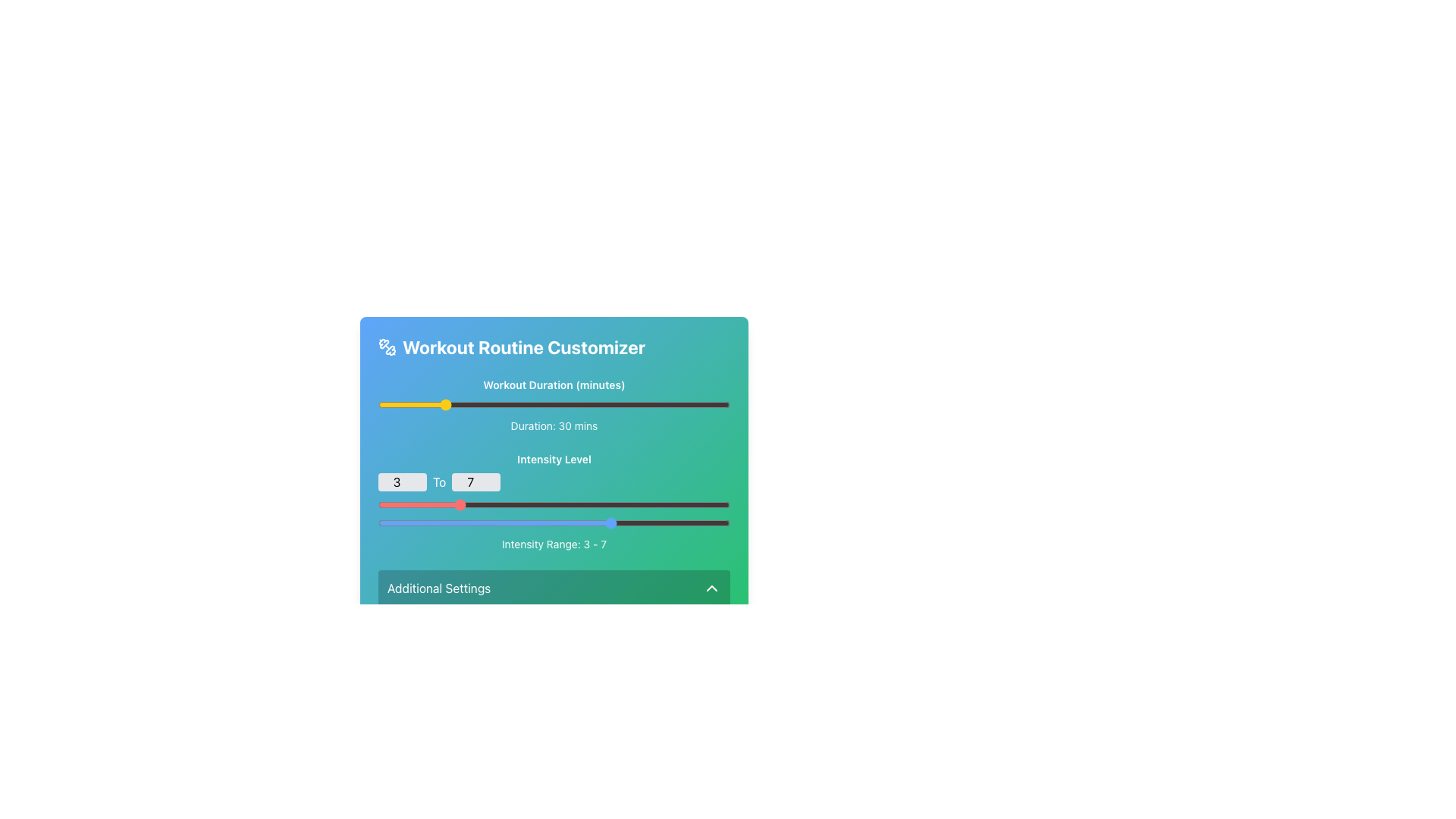  Describe the element at coordinates (553, 458) in the screenshot. I see `the 'Intensity Level' text label, which is a bold, small-sized font element located within a card layout and positioned above the range selection elements` at that location.